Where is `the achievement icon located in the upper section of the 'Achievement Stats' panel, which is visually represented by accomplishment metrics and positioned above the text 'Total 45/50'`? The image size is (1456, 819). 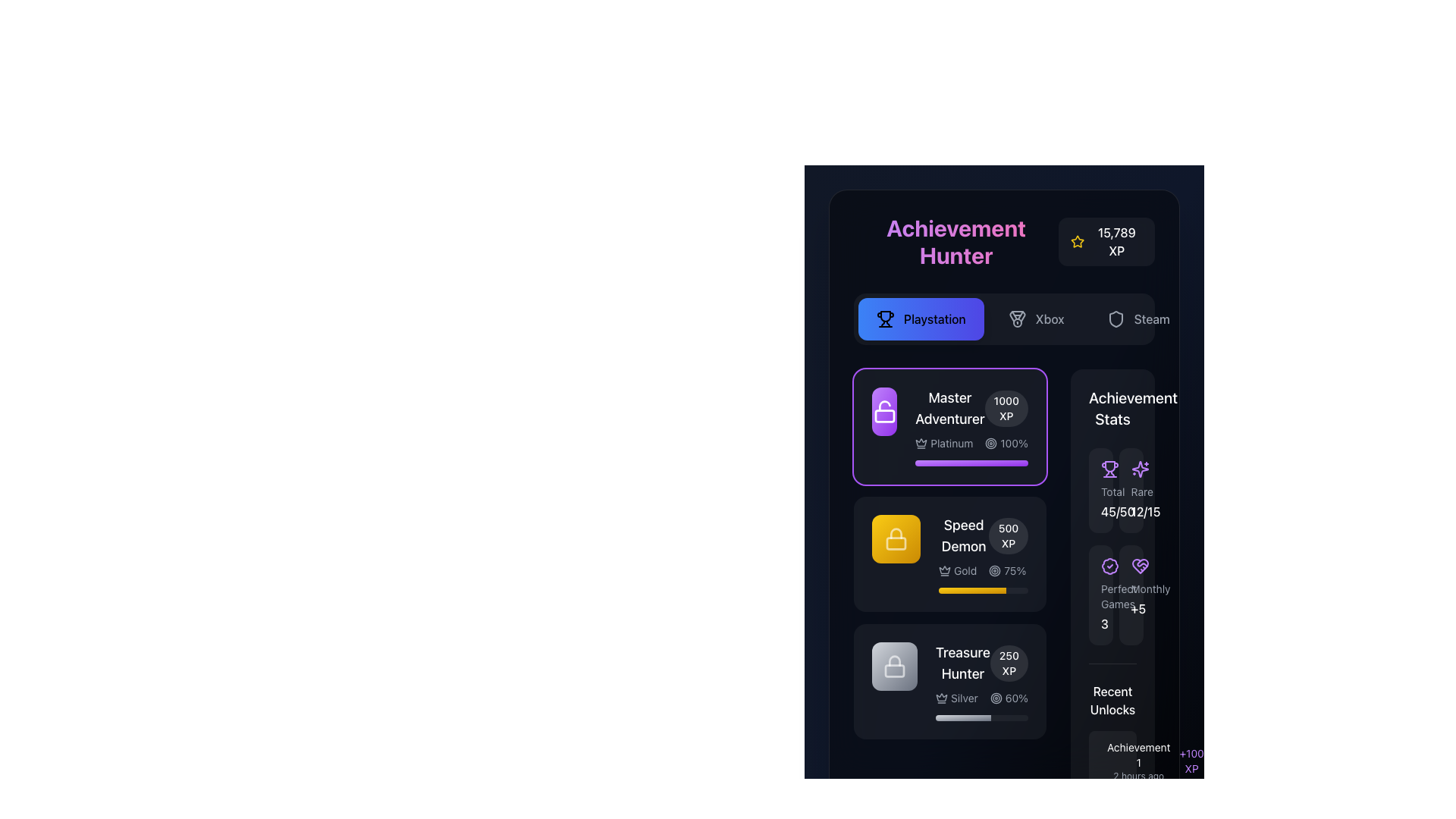
the achievement icon located in the upper section of the 'Achievement Stats' panel, which is visually represented by accomplishment metrics and positioned above the text 'Total 45/50' is located at coordinates (1110, 468).